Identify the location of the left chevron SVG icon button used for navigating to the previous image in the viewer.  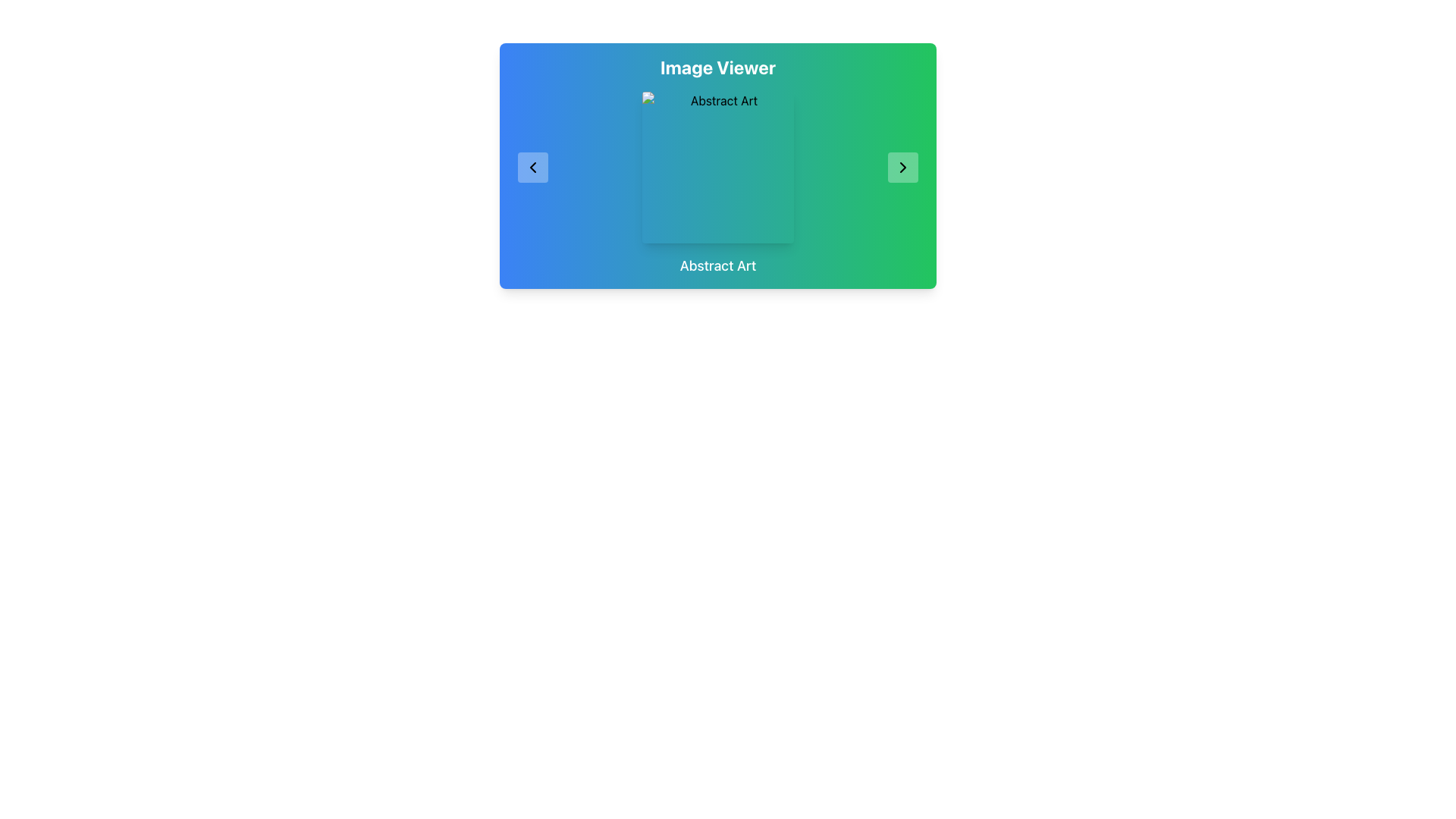
(532, 167).